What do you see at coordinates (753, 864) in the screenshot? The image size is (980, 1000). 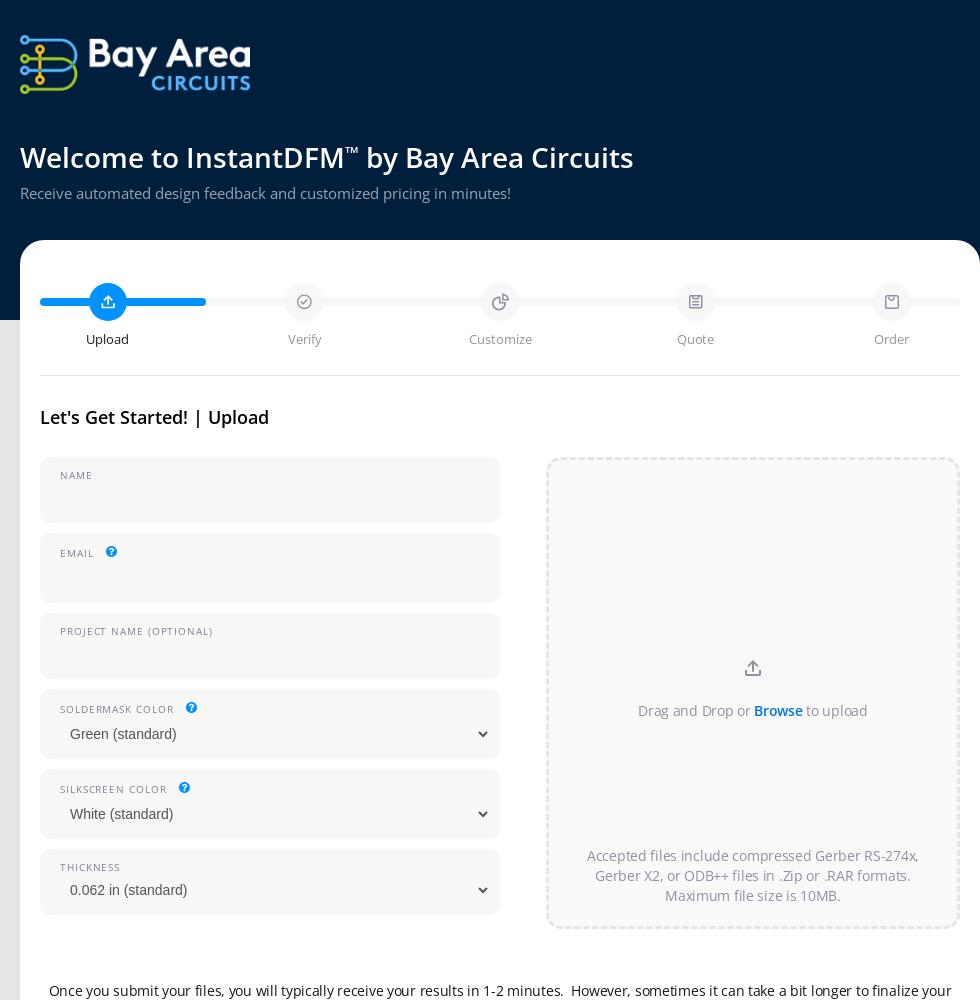 I see `'Accepted files include compressed Gerber RS-274x, Gerber X2, or ODB++ files in .Zip or .RAR formats.'` at bounding box center [753, 864].